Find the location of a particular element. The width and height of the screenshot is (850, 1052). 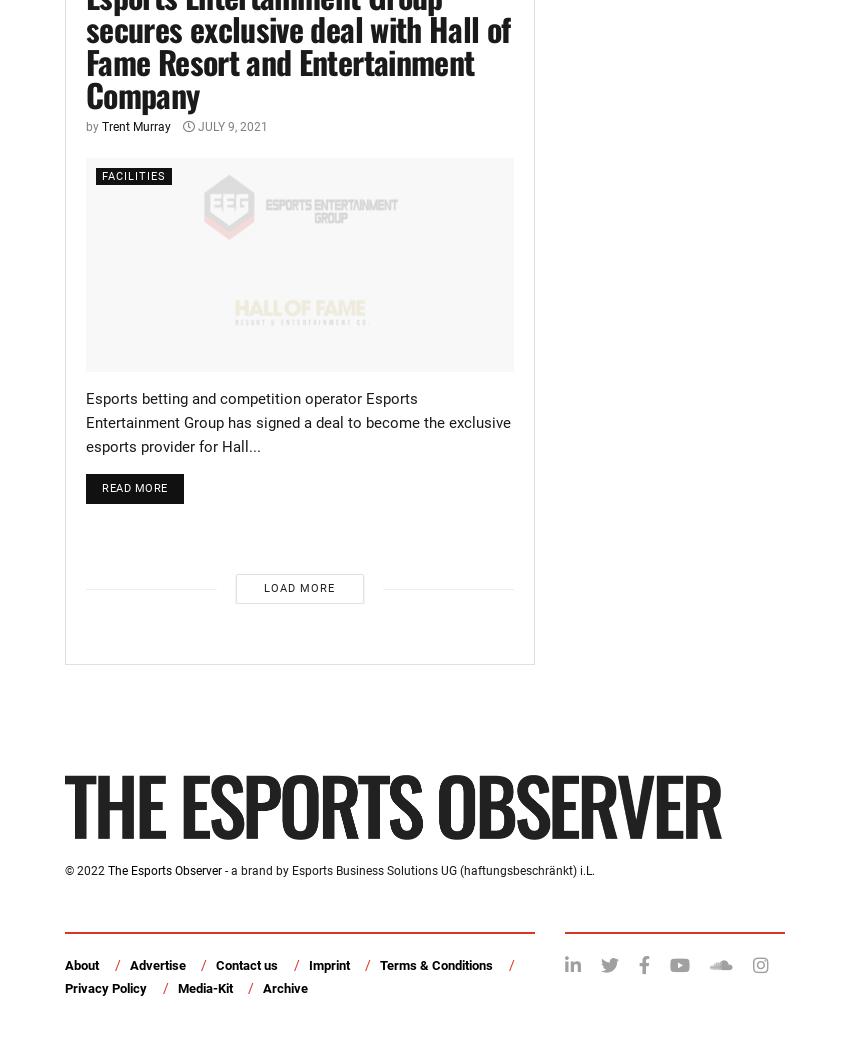

'The Esports Observer' is located at coordinates (164, 869).